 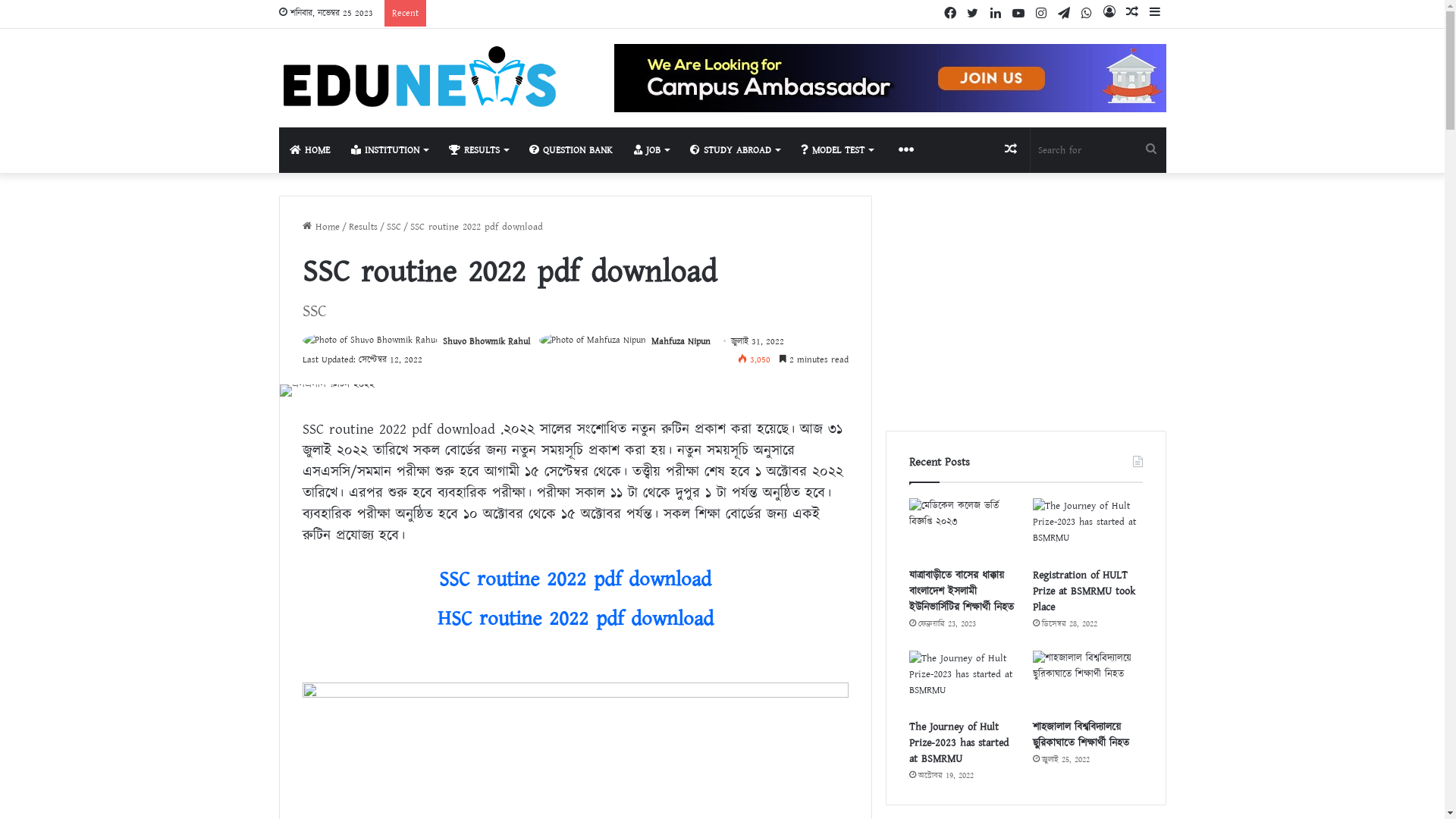 I want to click on 'Search for', so click(x=1097, y=149).